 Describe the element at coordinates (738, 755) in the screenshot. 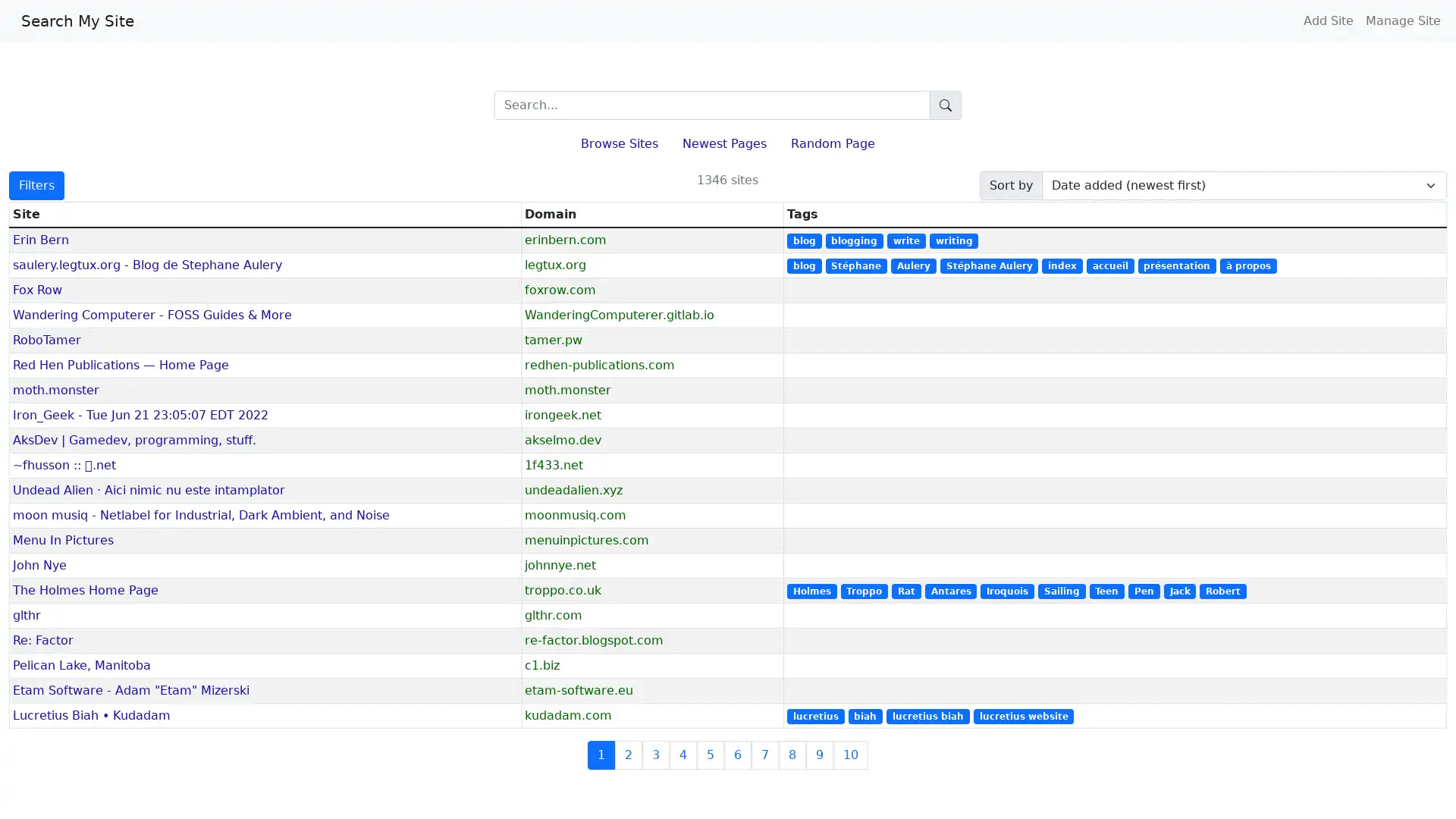

I see `6` at that location.